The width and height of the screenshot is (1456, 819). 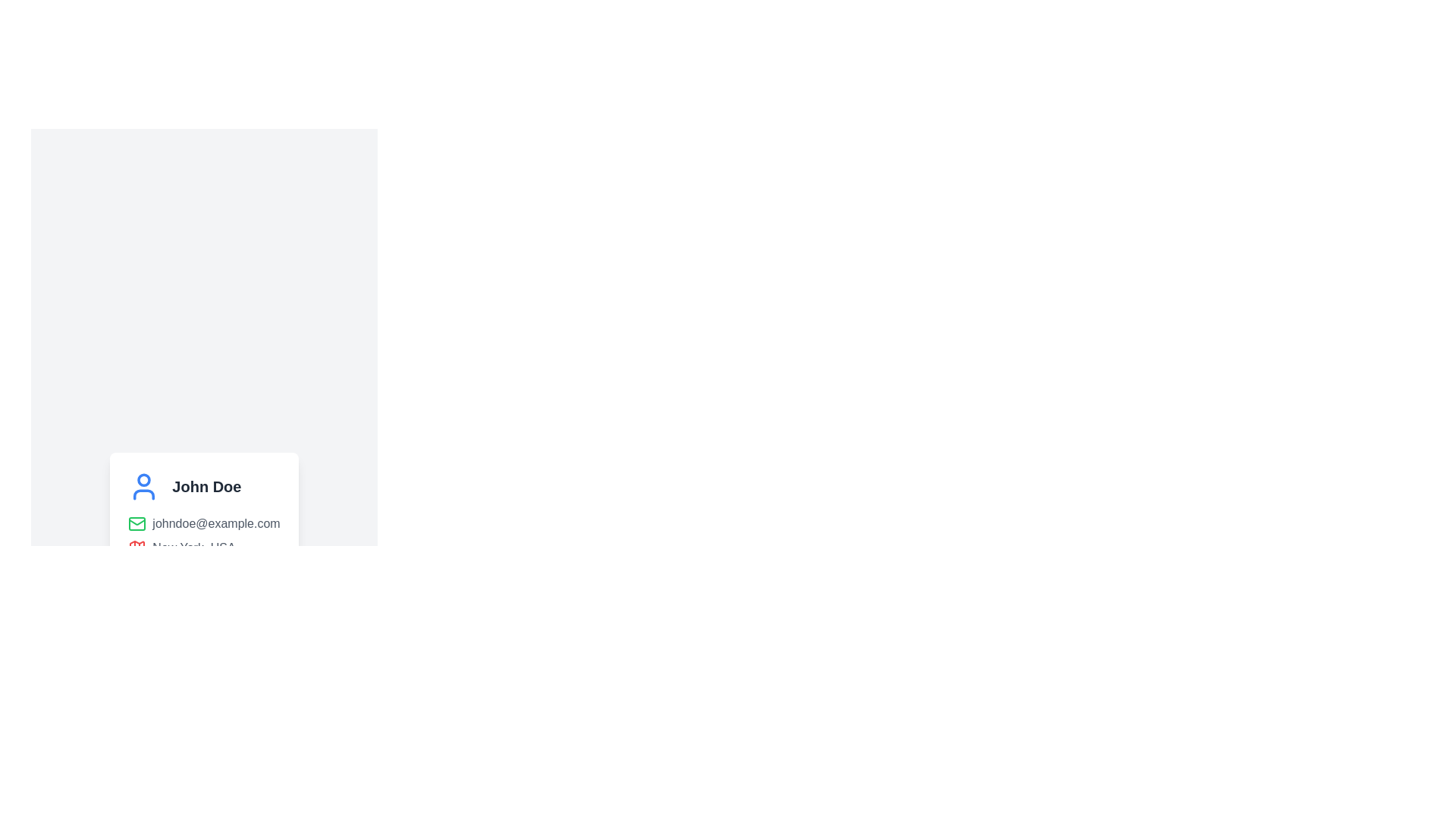 I want to click on the circular shape at the top of the user profile icon, which represents the head, so click(x=144, y=480).